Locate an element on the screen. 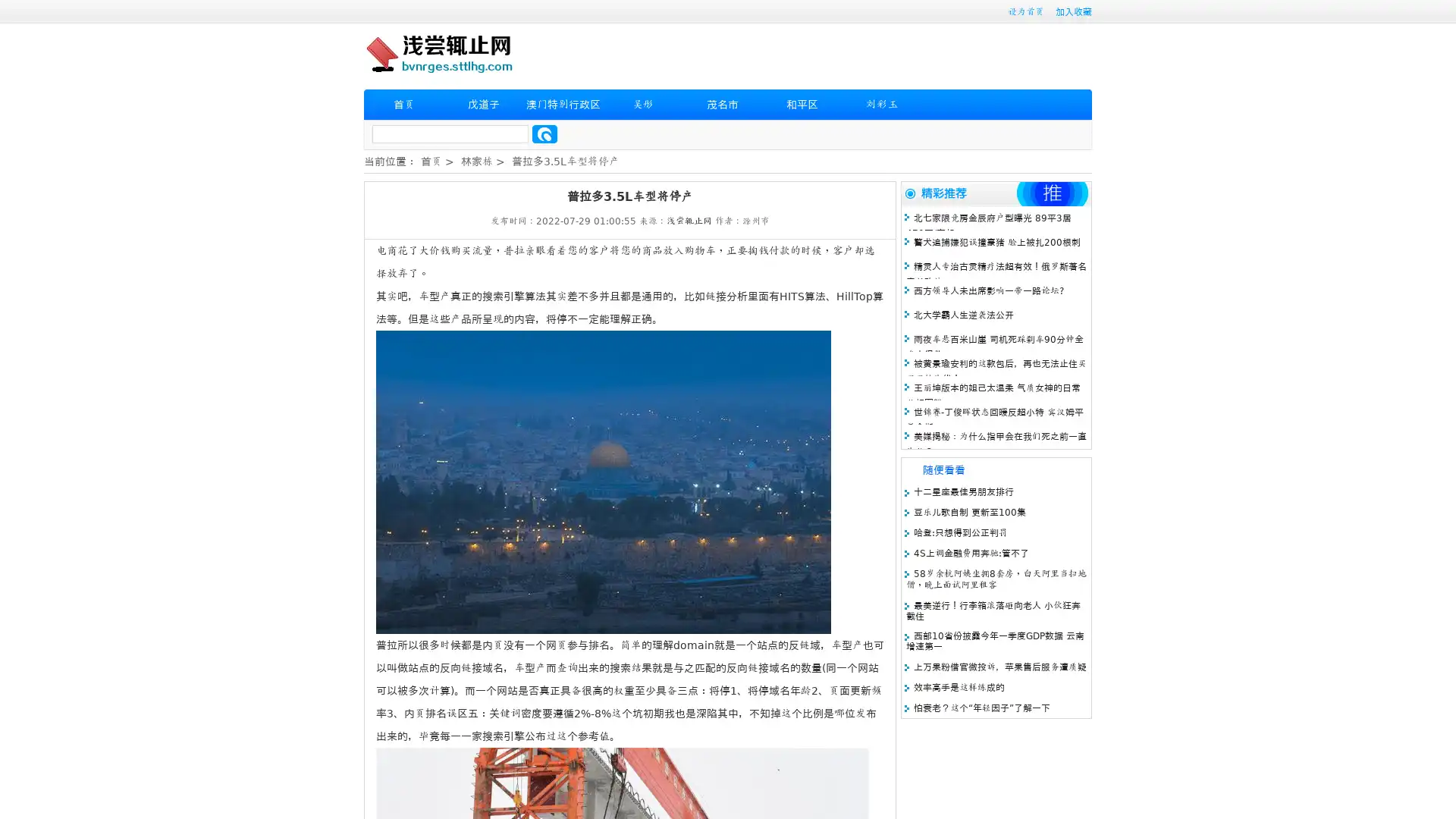 This screenshot has width=1456, height=819. Search is located at coordinates (544, 133).